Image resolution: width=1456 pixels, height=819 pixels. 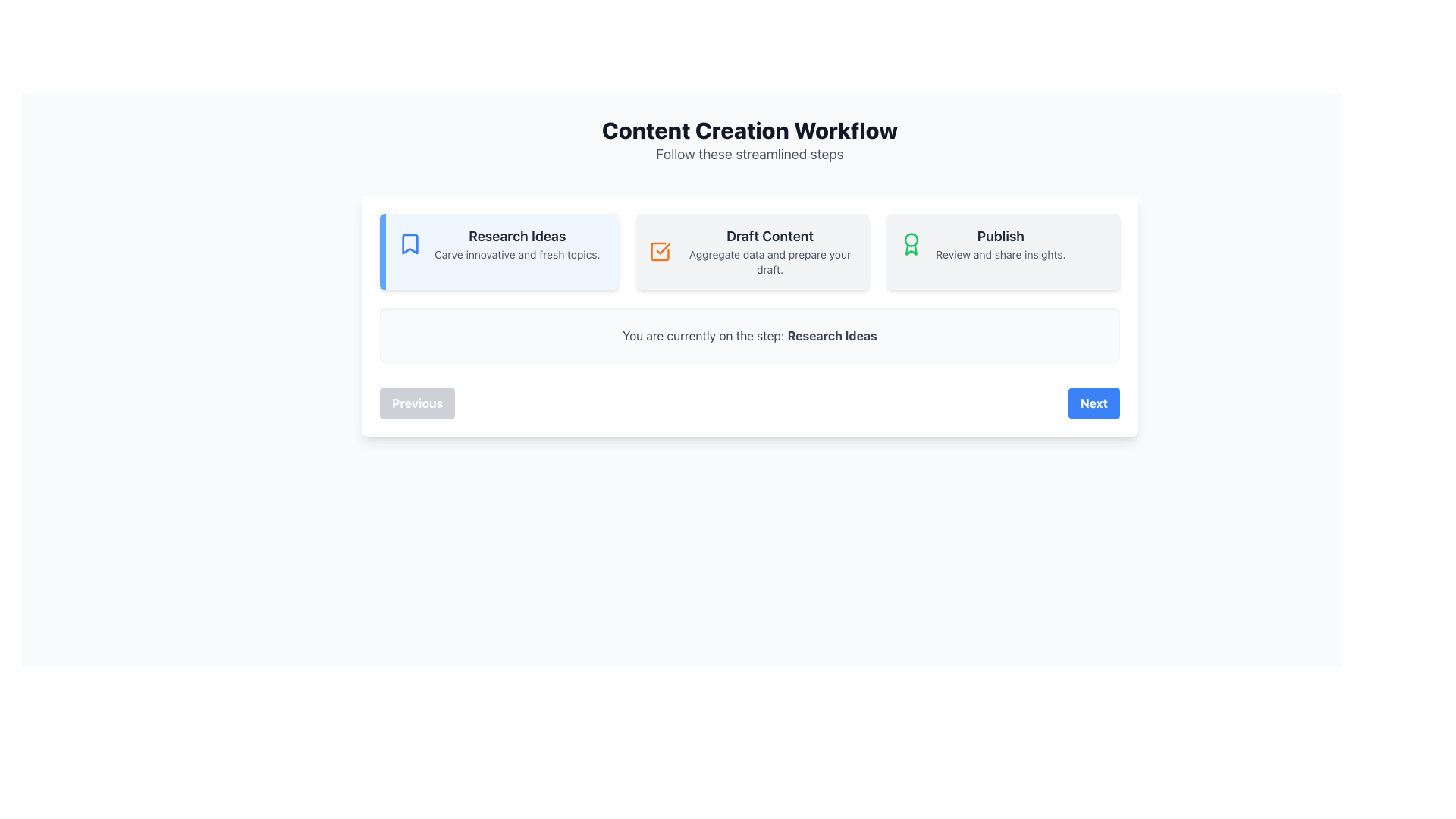 What do you see at coordinates (517, 253) in the screenshot?
I see `the text label that reads 'Carve innovative and fresh topics.' which is located directly beneath the 'Research Ideas' heading in the white card element` at bounding box center [517, 253].